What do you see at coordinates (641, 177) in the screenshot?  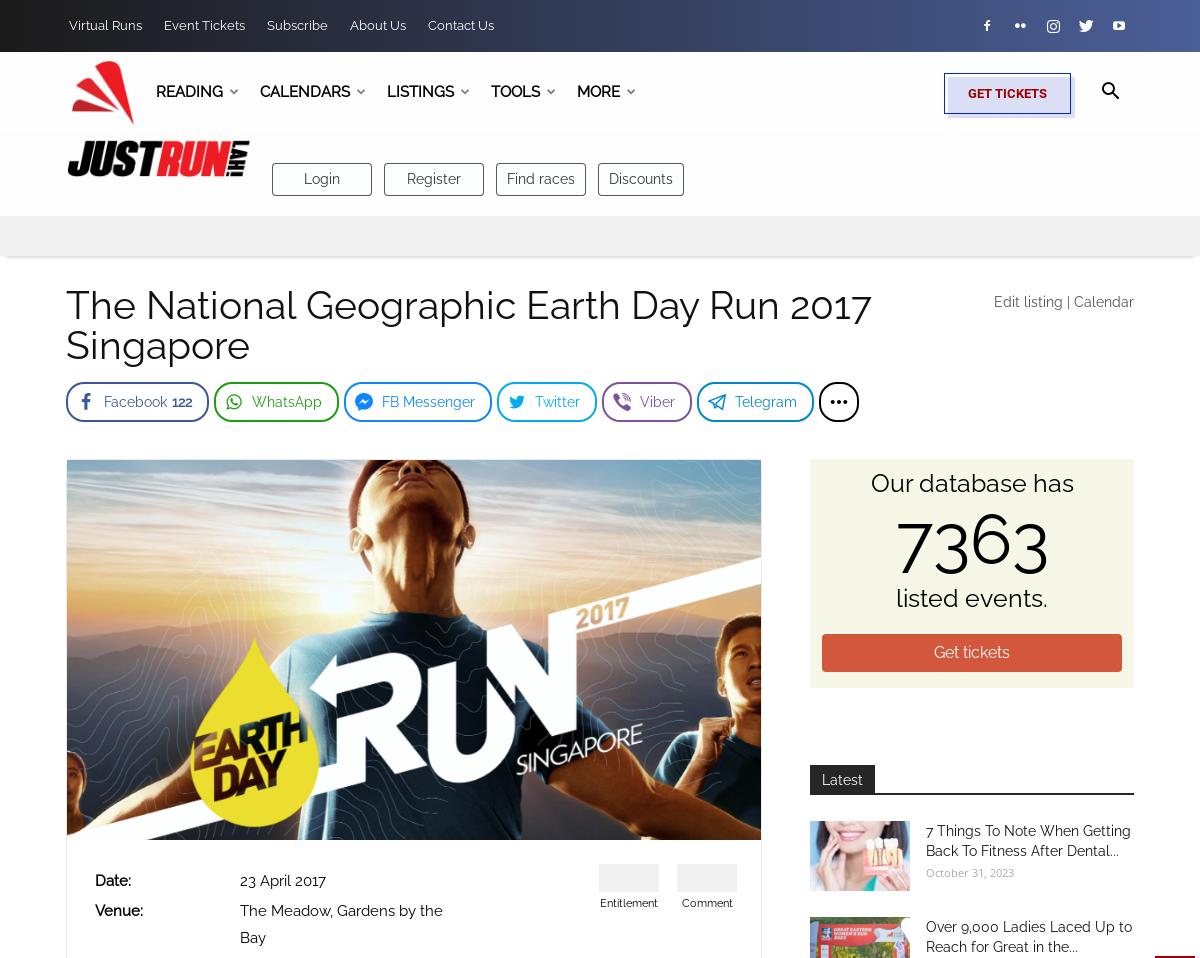 I see `'Discounts'` at bounding box center [641, 177].